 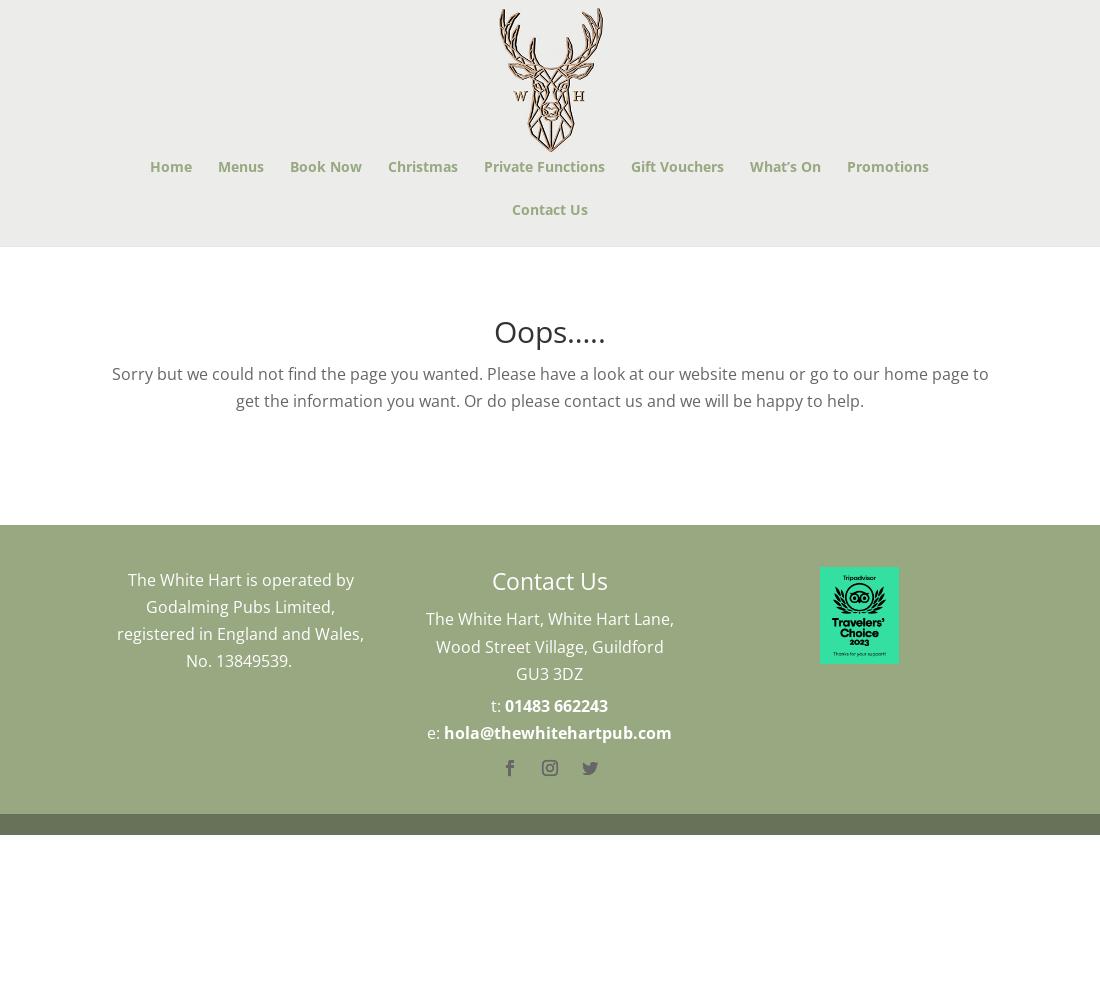 What do you see at coordinates (434, 732) in the screenshot?
I see `'e:'` at bounding box center [434, 732].